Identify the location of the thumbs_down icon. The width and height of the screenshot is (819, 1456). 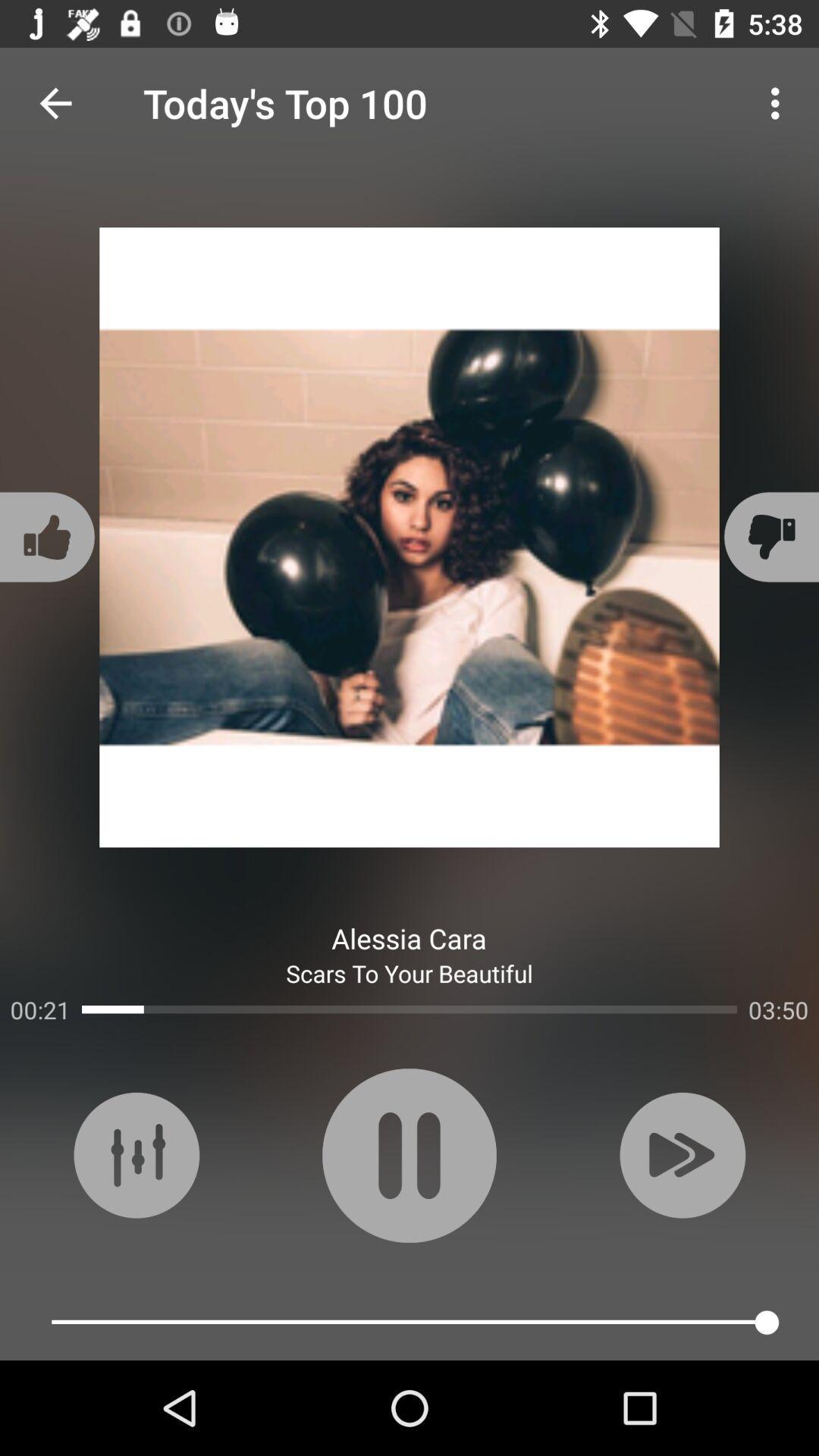
(769, 537).